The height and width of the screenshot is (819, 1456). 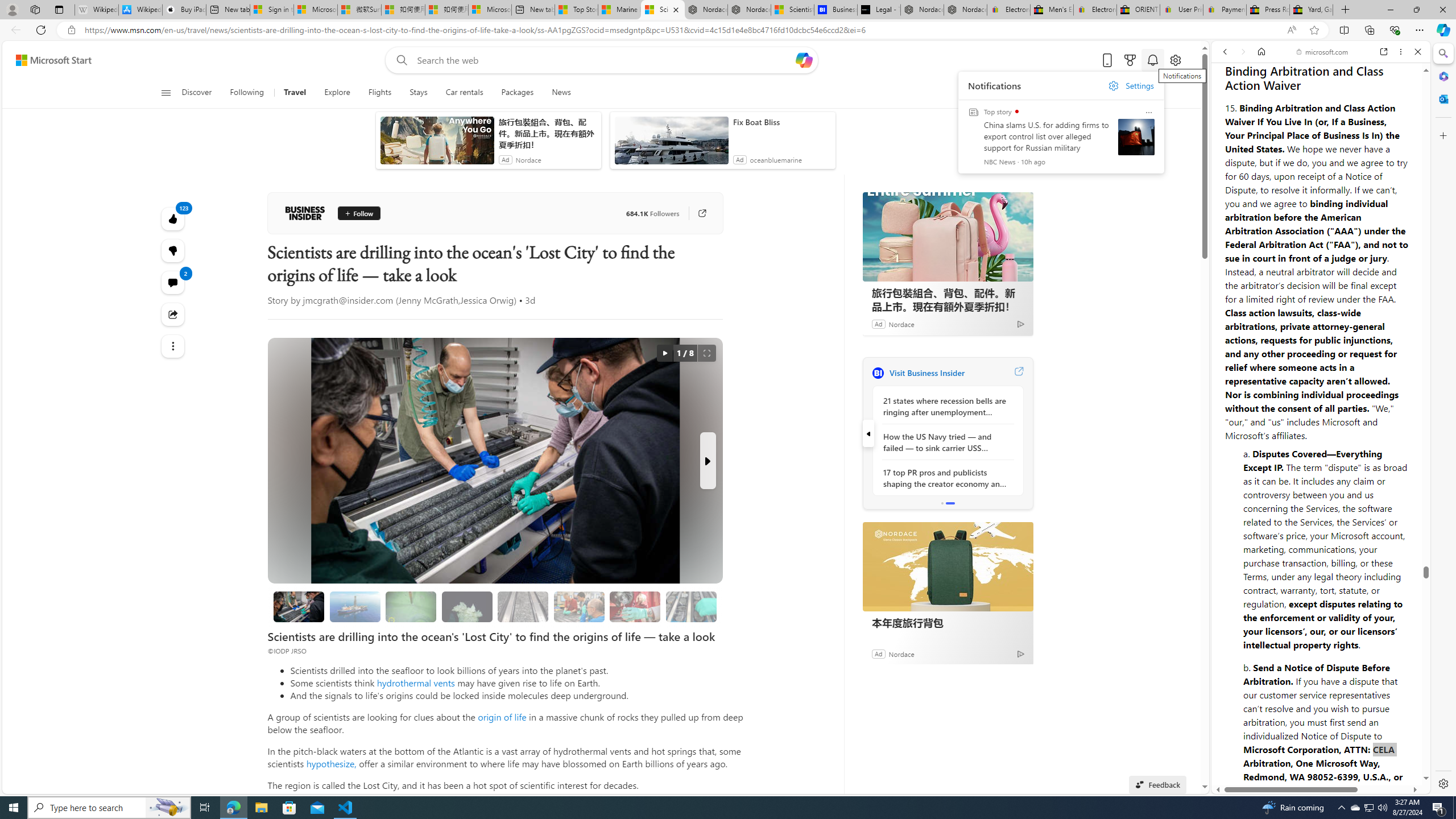 What do you see at coordinates (1442, 53) in the screenshot?
I see `'Minimize Search pane'` at bounding box center [1442, 53].